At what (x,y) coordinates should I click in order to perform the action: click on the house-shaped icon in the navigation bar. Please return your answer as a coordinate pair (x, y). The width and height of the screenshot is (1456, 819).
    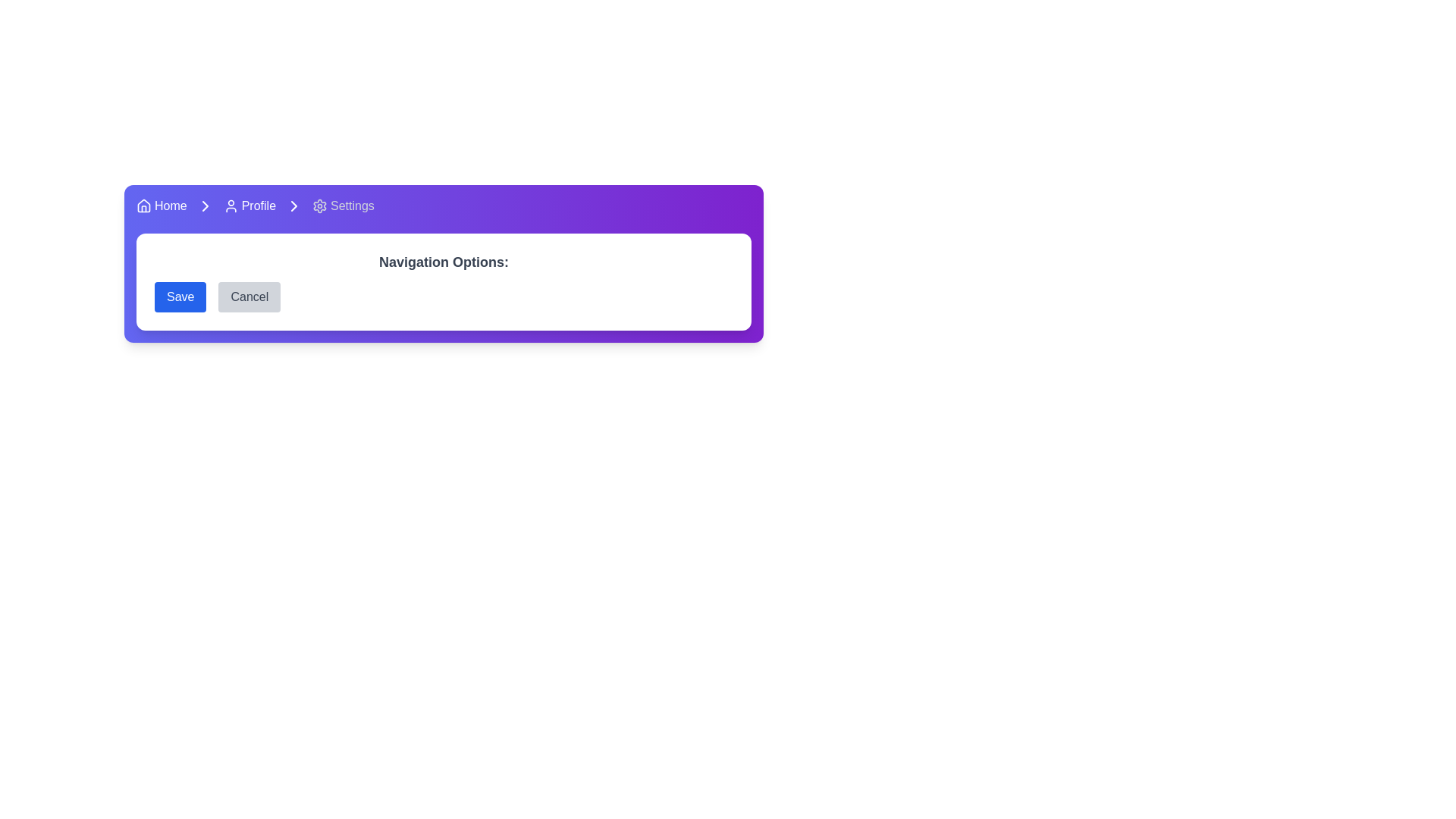
    Looking at the image, I should click on (144, 205).